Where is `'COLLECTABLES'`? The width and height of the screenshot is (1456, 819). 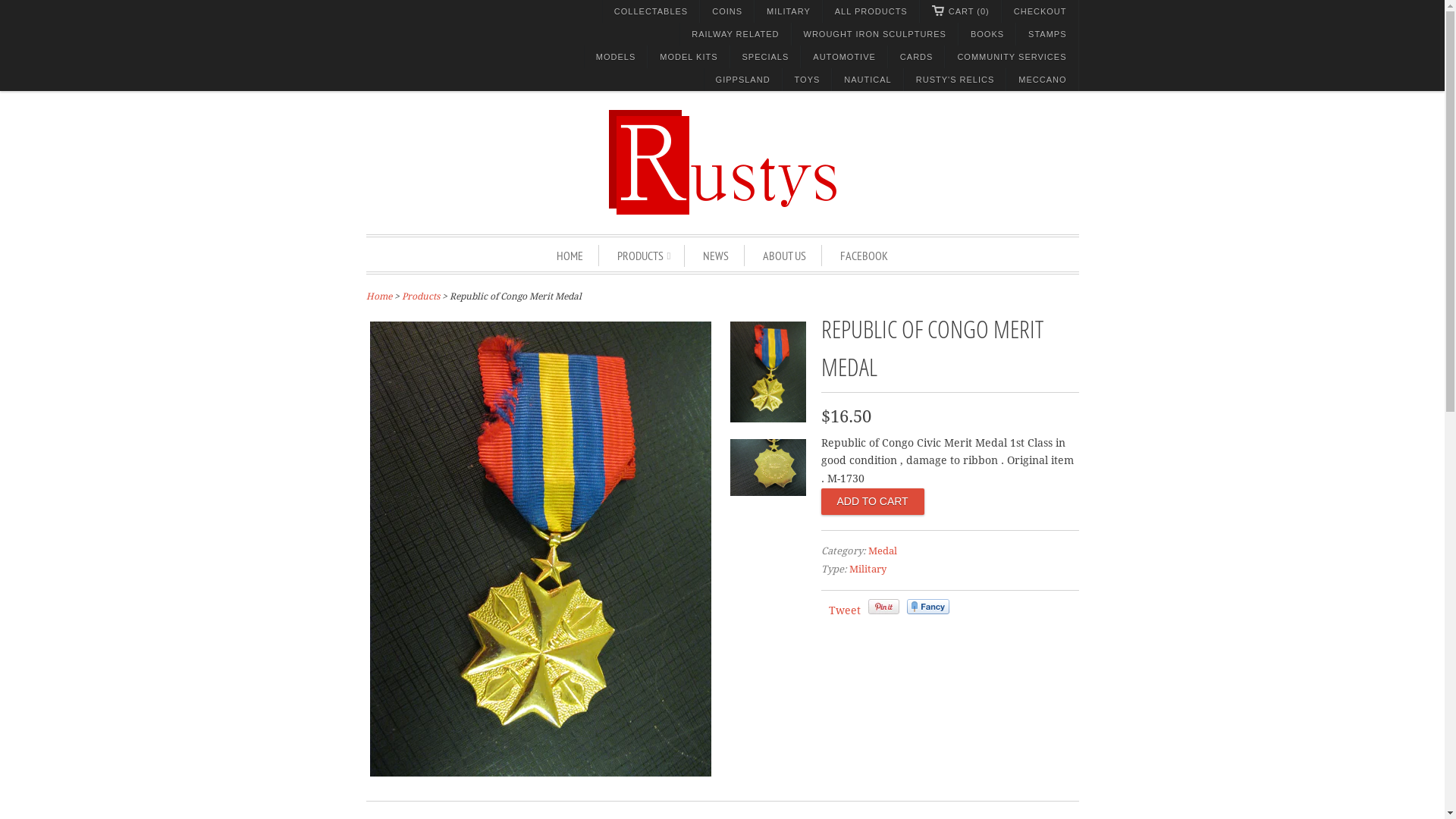 'COLLECTABLES' is located at coordinates (651, 11).